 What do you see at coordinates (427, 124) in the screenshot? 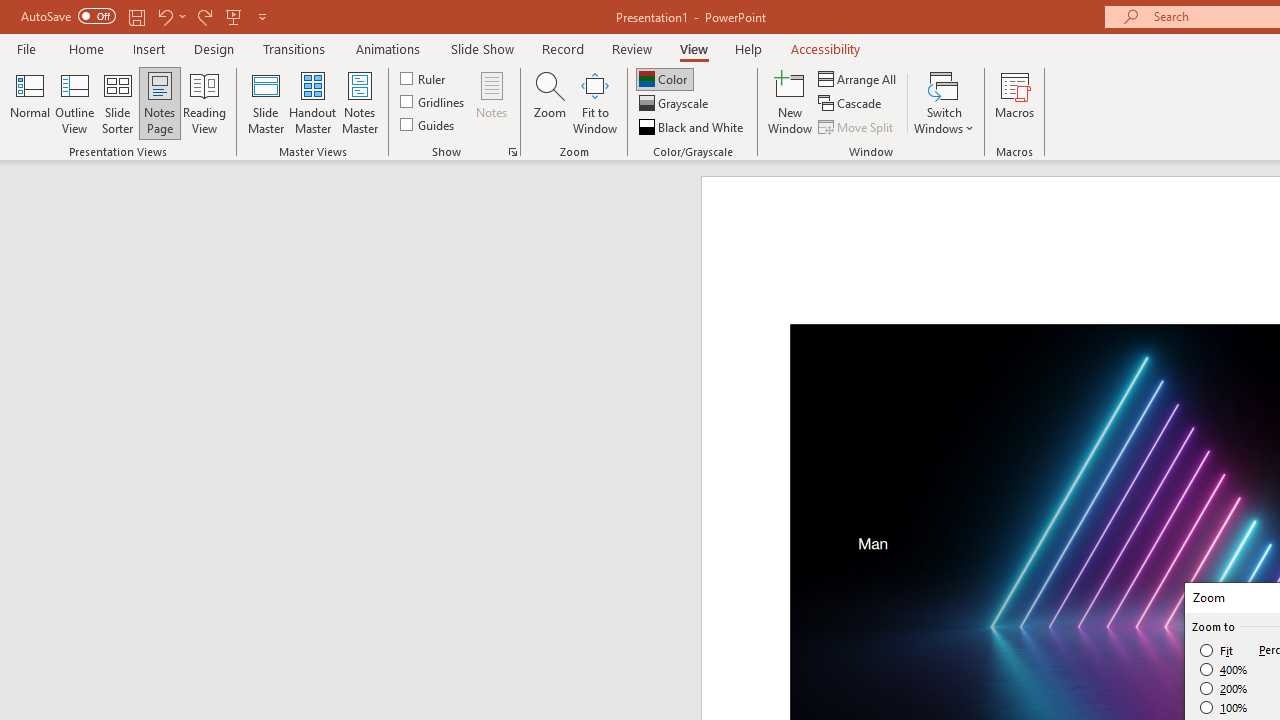
I see `'Guides'` at bounding box center [427, 124].